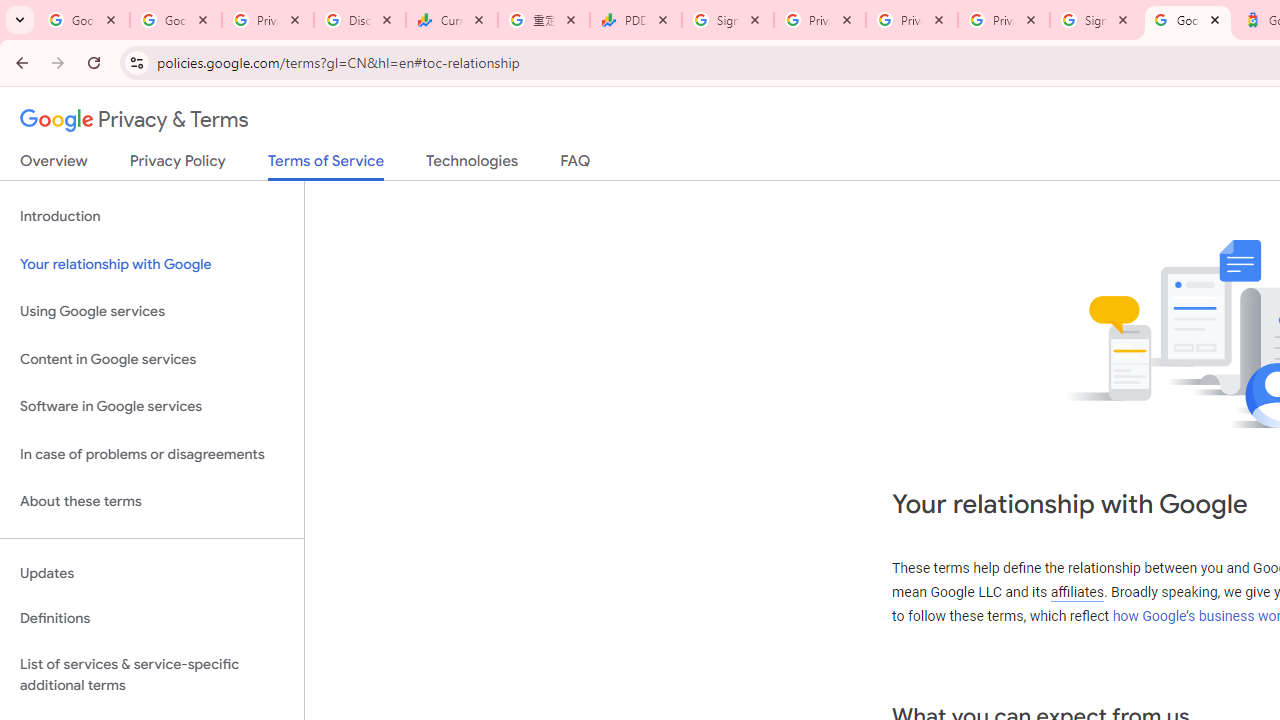 This screenshot has height=720, width=1280. I want to click on 'About these terms', so click(151, 501).